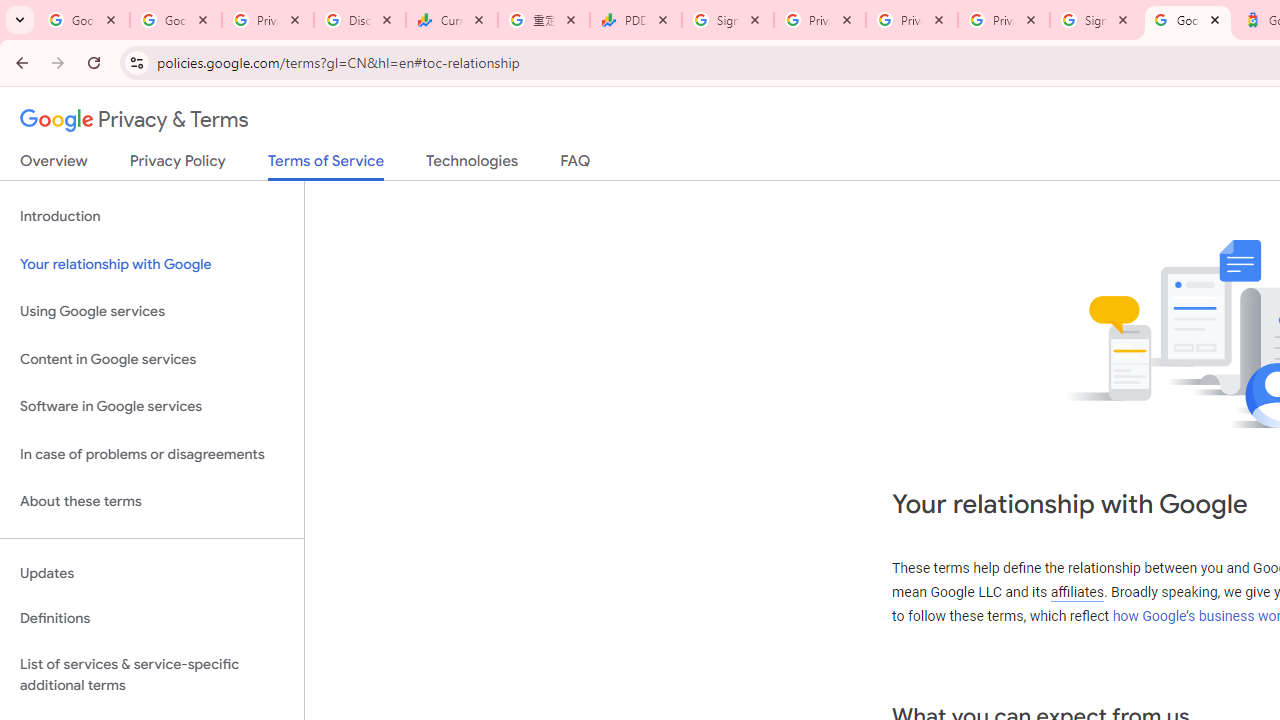 This screenshot has height=720, width=1280. I want to click on 'About these terms', so click(151, 501).